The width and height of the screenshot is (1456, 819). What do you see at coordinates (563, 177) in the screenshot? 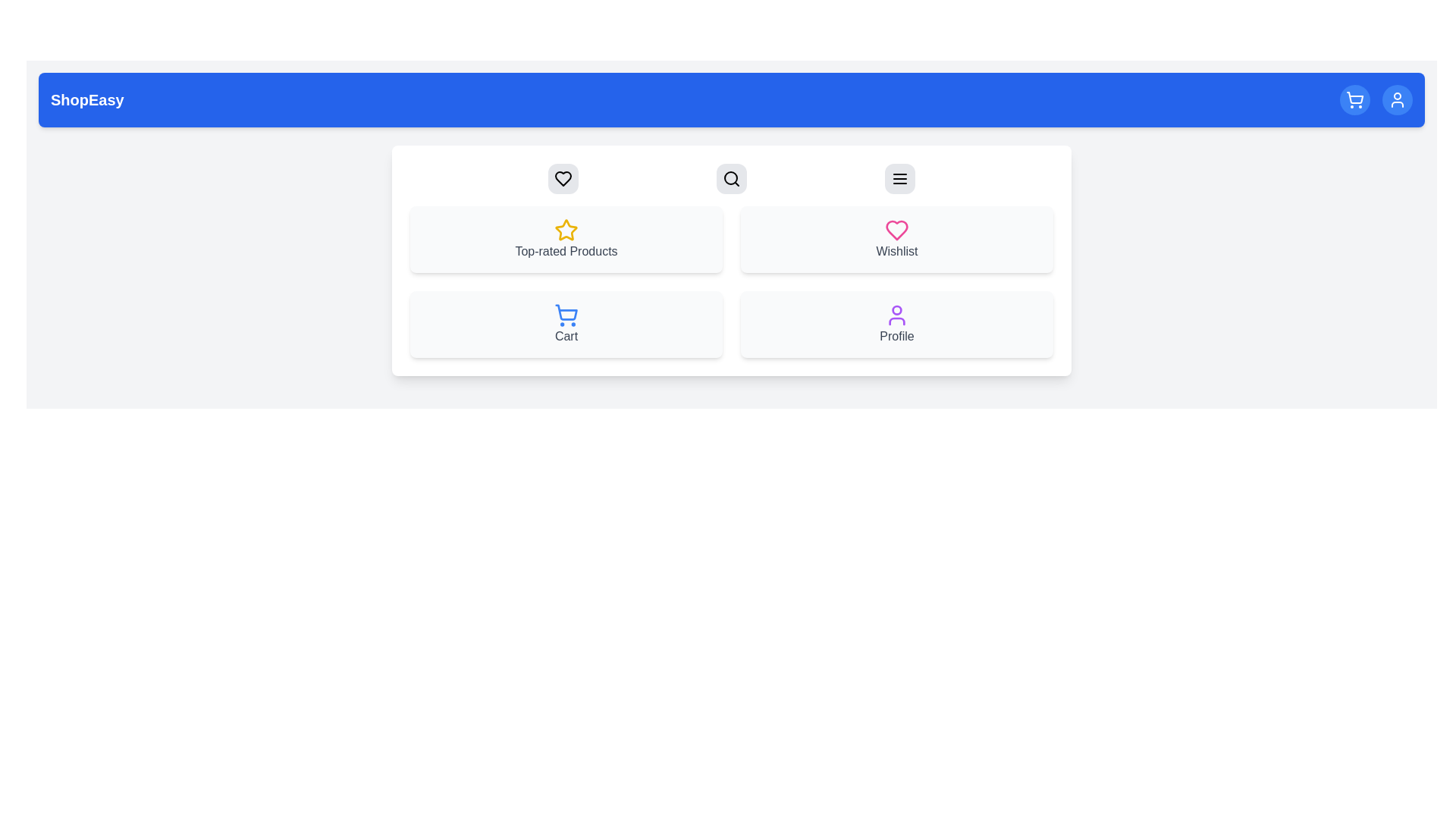
I see `the 'favorite' button, which is the first button in a row of three, located under the blue header, to observe the style change` at bounding box center [563, 177].